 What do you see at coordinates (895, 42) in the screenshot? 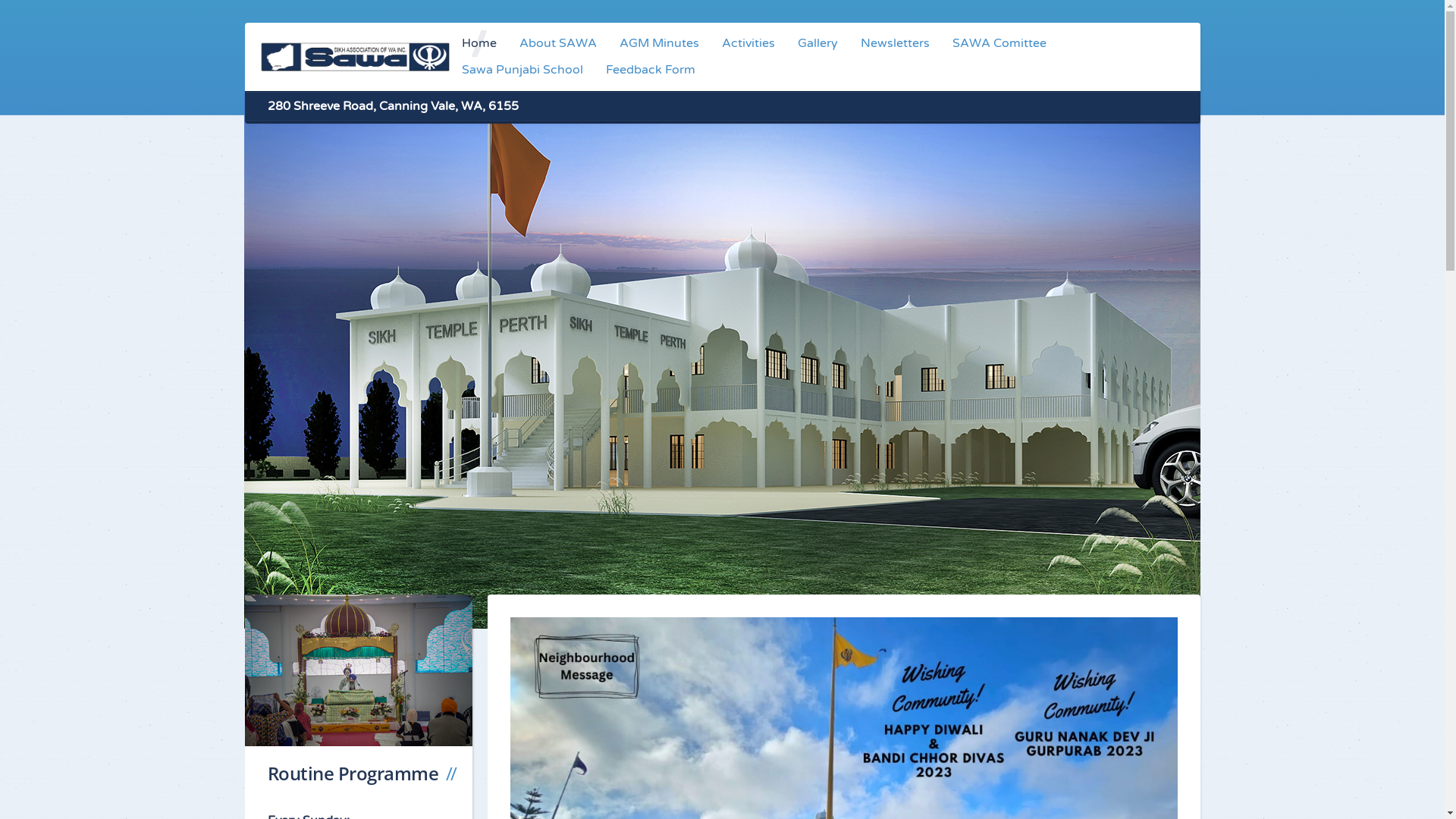
I see `'Newsletters'` at bounding box center [895, 42].